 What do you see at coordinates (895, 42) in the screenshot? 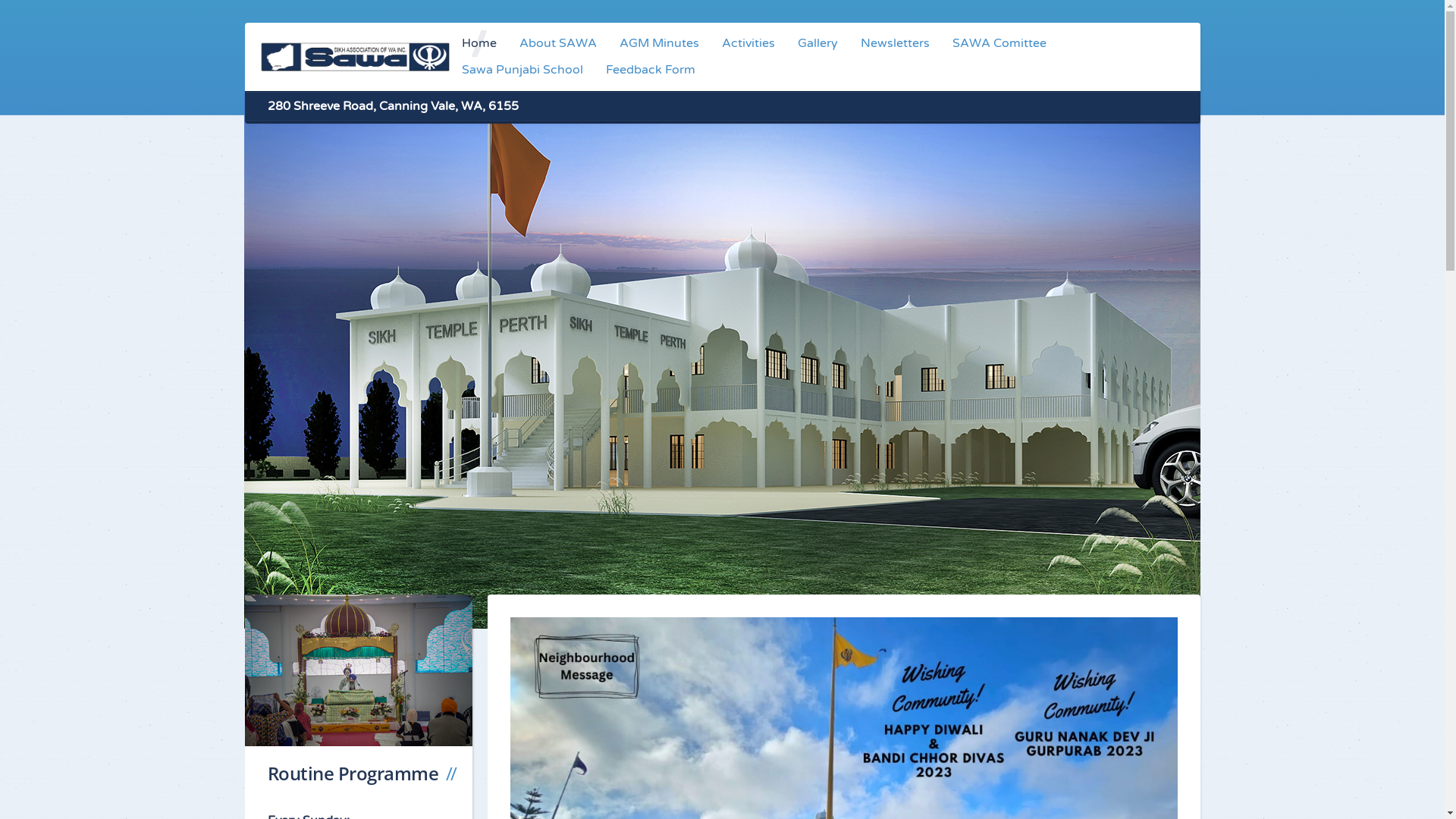
I see `'Newsletters'` at bounding box center [895, 42].